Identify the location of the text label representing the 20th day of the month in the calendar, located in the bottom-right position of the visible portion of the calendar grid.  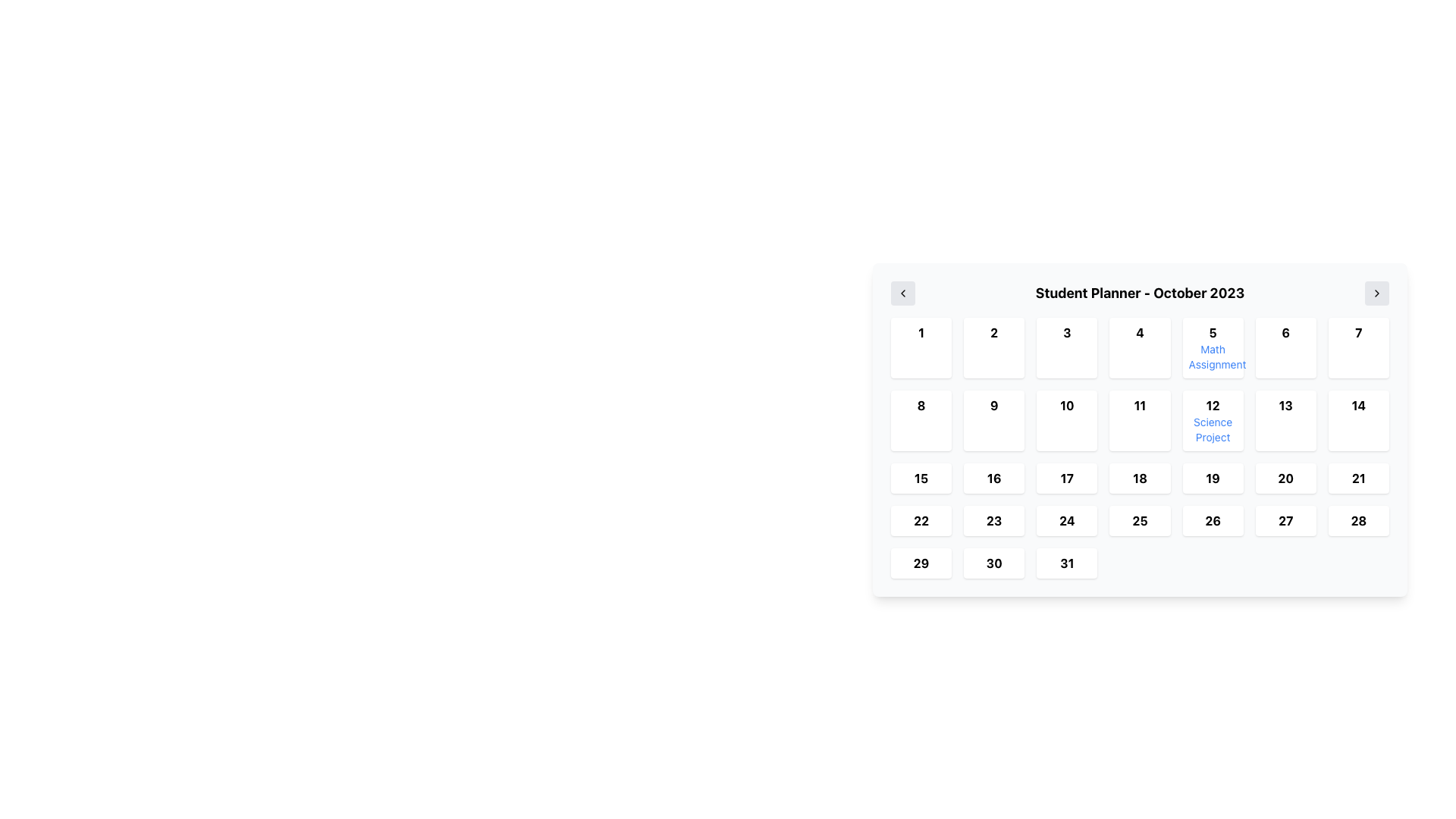
(1285, 479).